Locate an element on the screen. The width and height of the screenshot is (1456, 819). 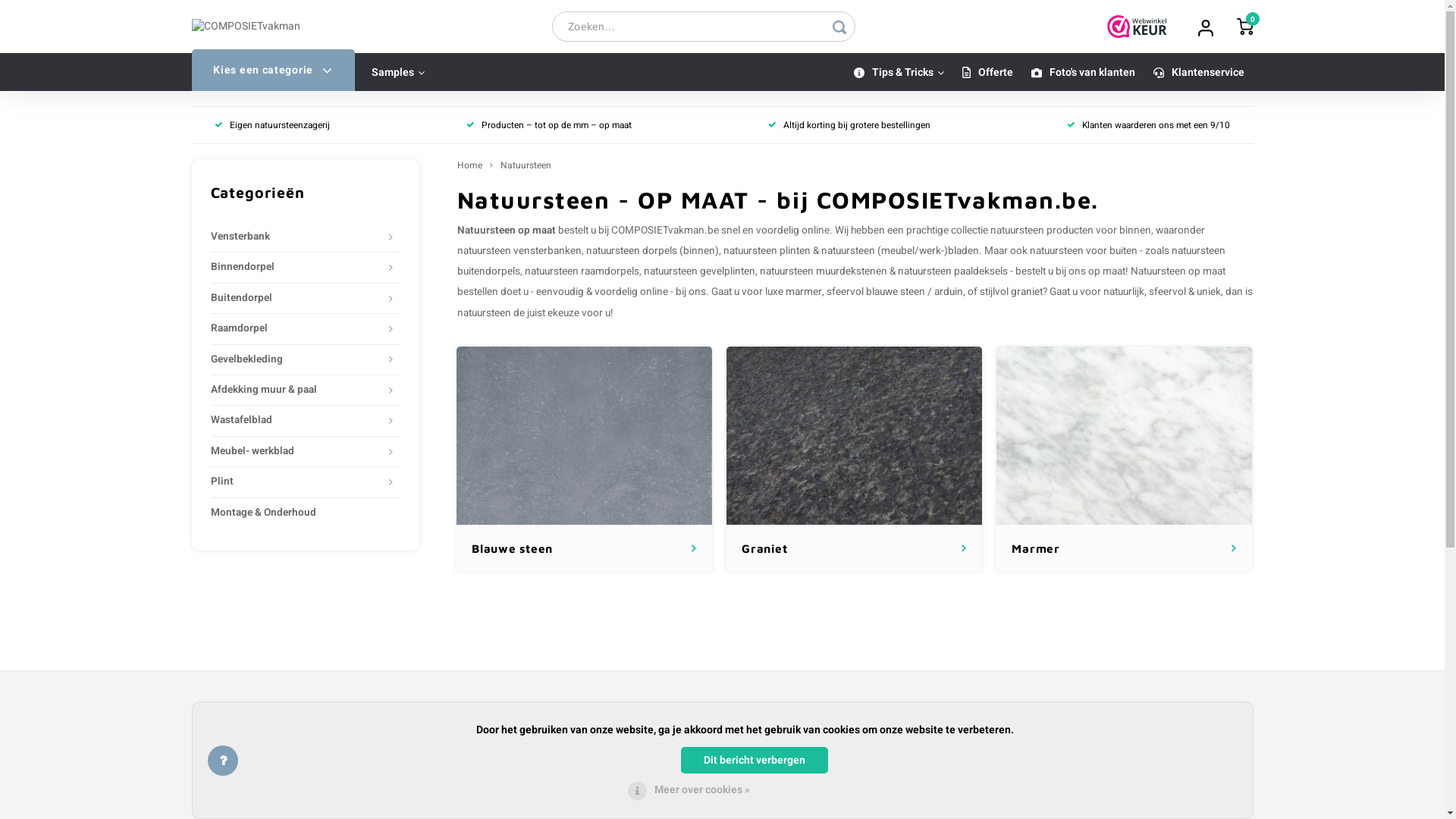
'Plint' is located at coordinates (296, 482).